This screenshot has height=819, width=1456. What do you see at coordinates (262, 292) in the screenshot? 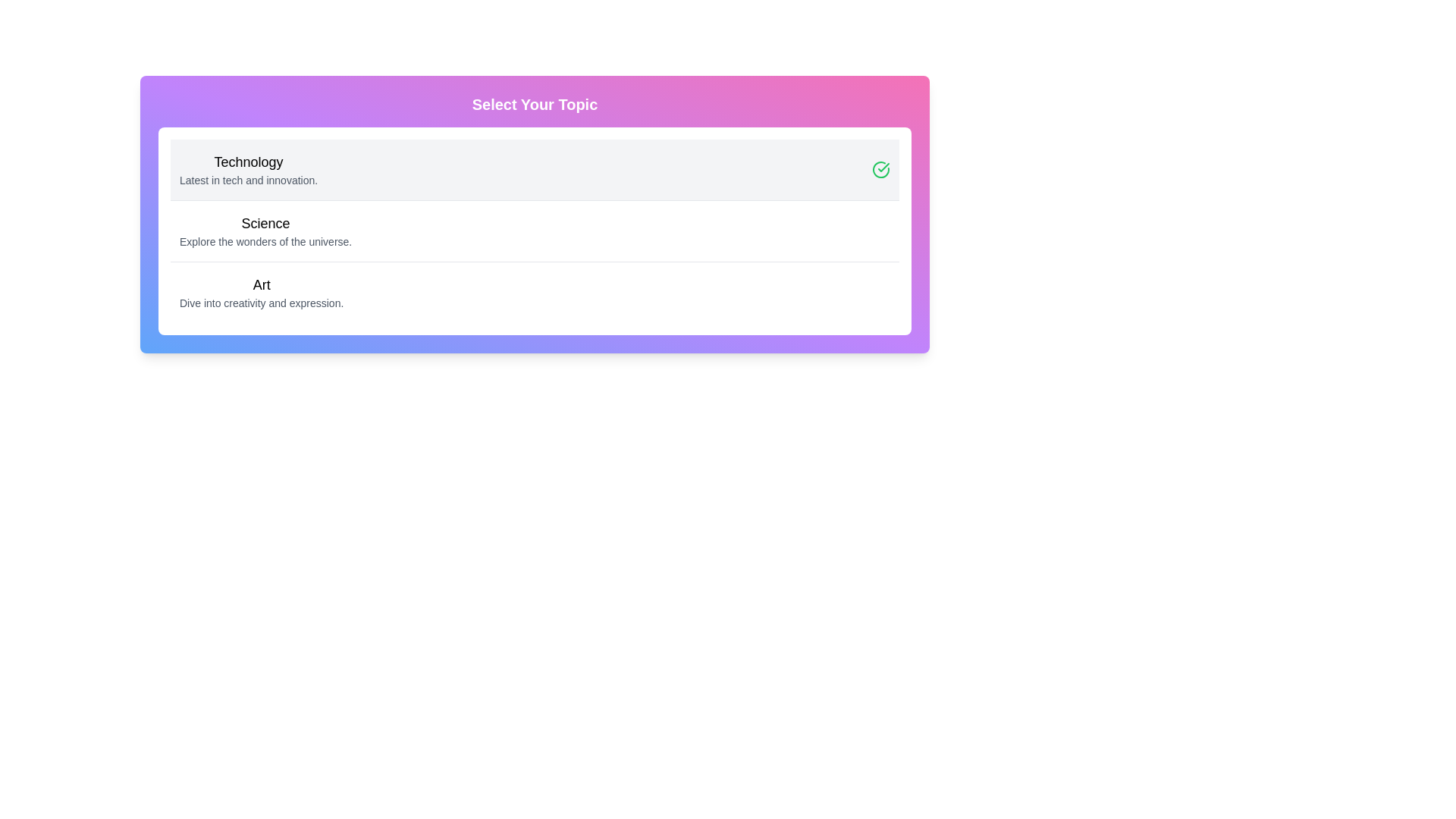
I see `the text block containing the heading 'Art' and the subtitle 'Dive into creativity and expression.' which is centrally aligned and positioned between the 'Science' item and subsequent topics in the list` at bounding box center [262, 292].